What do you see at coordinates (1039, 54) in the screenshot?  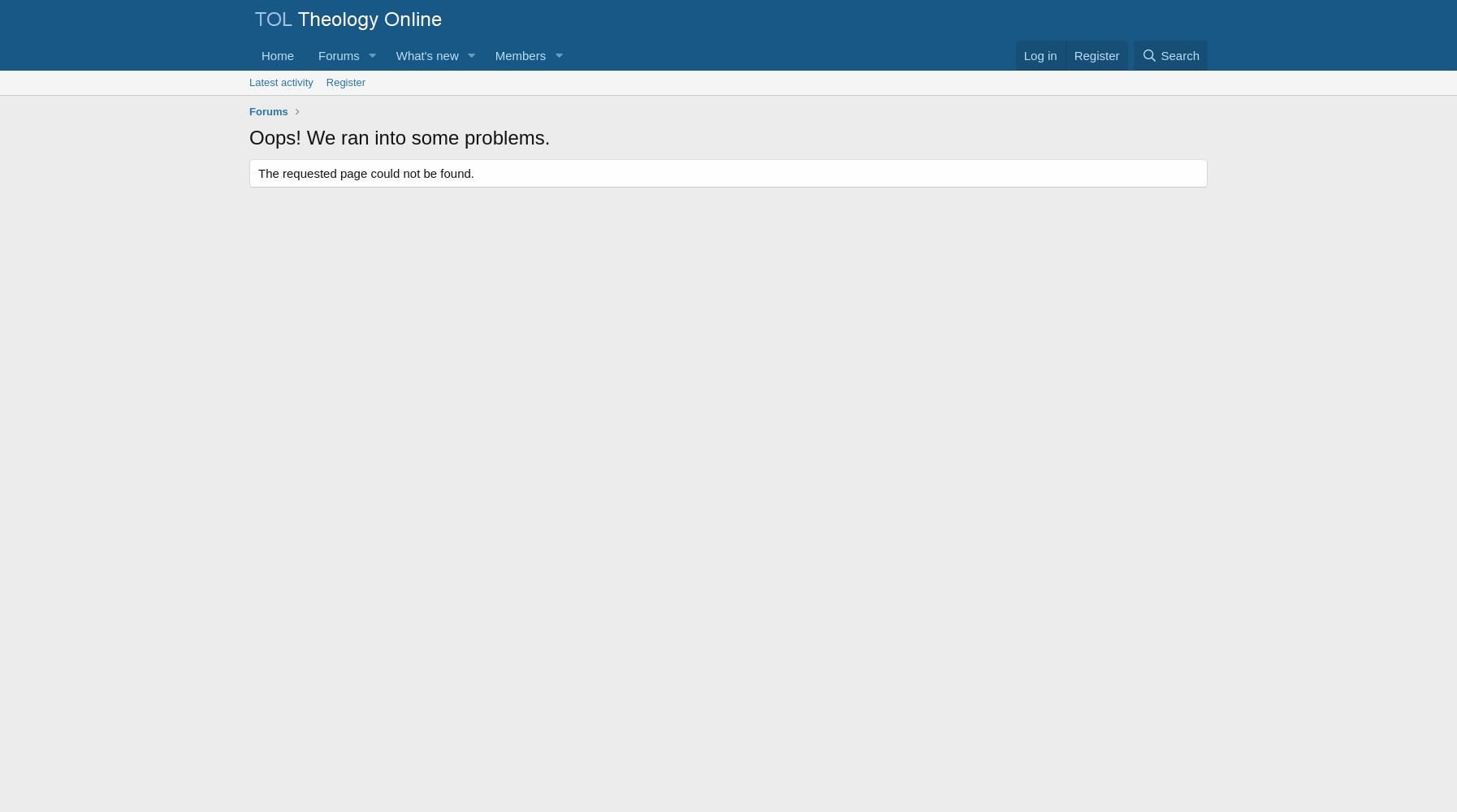 I see `'Log in'` at bounding box center [1039, 54].